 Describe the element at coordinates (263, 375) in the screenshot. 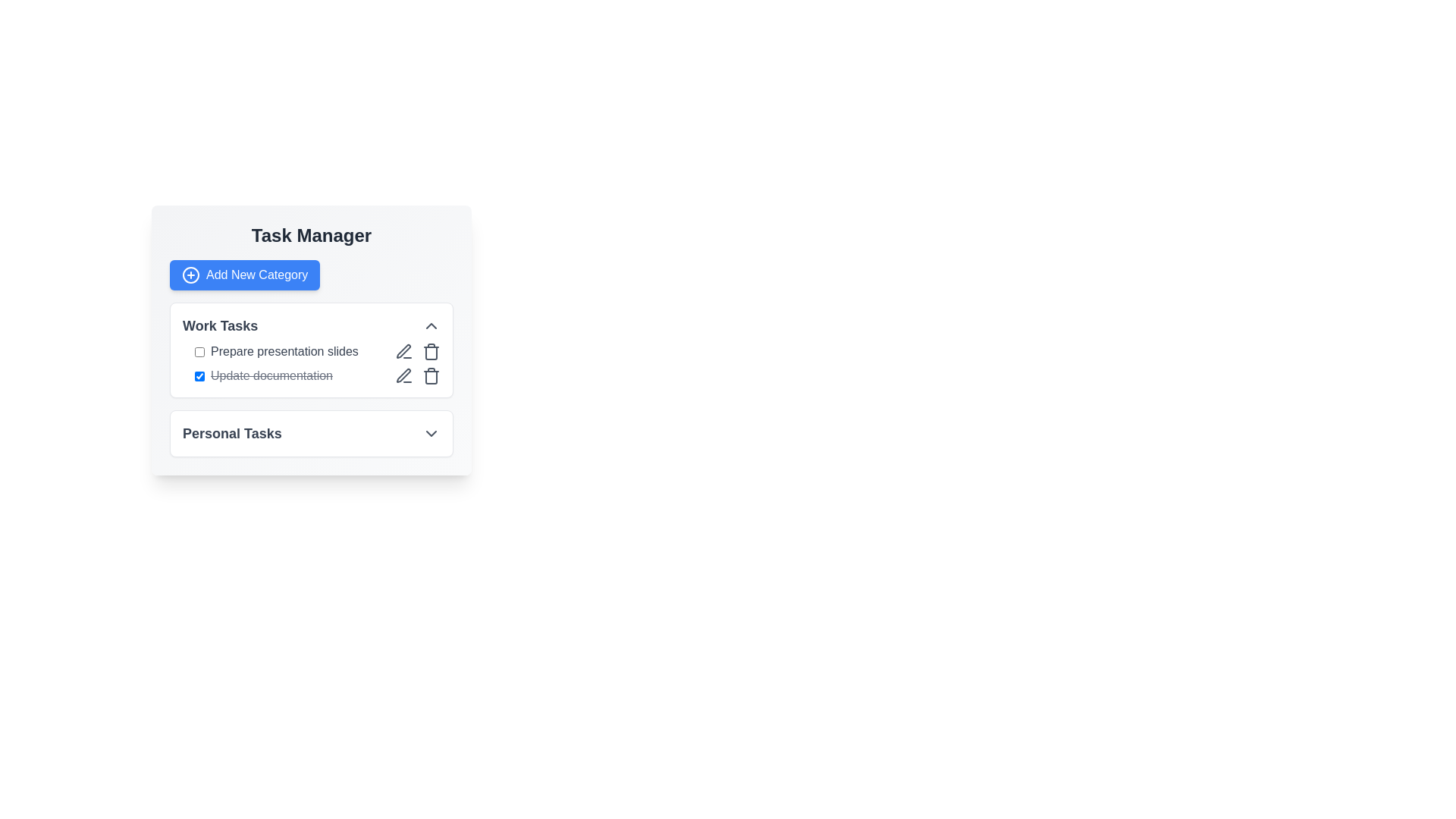

I see `the 'Update documentation' task label to focus or view task details` at that location.